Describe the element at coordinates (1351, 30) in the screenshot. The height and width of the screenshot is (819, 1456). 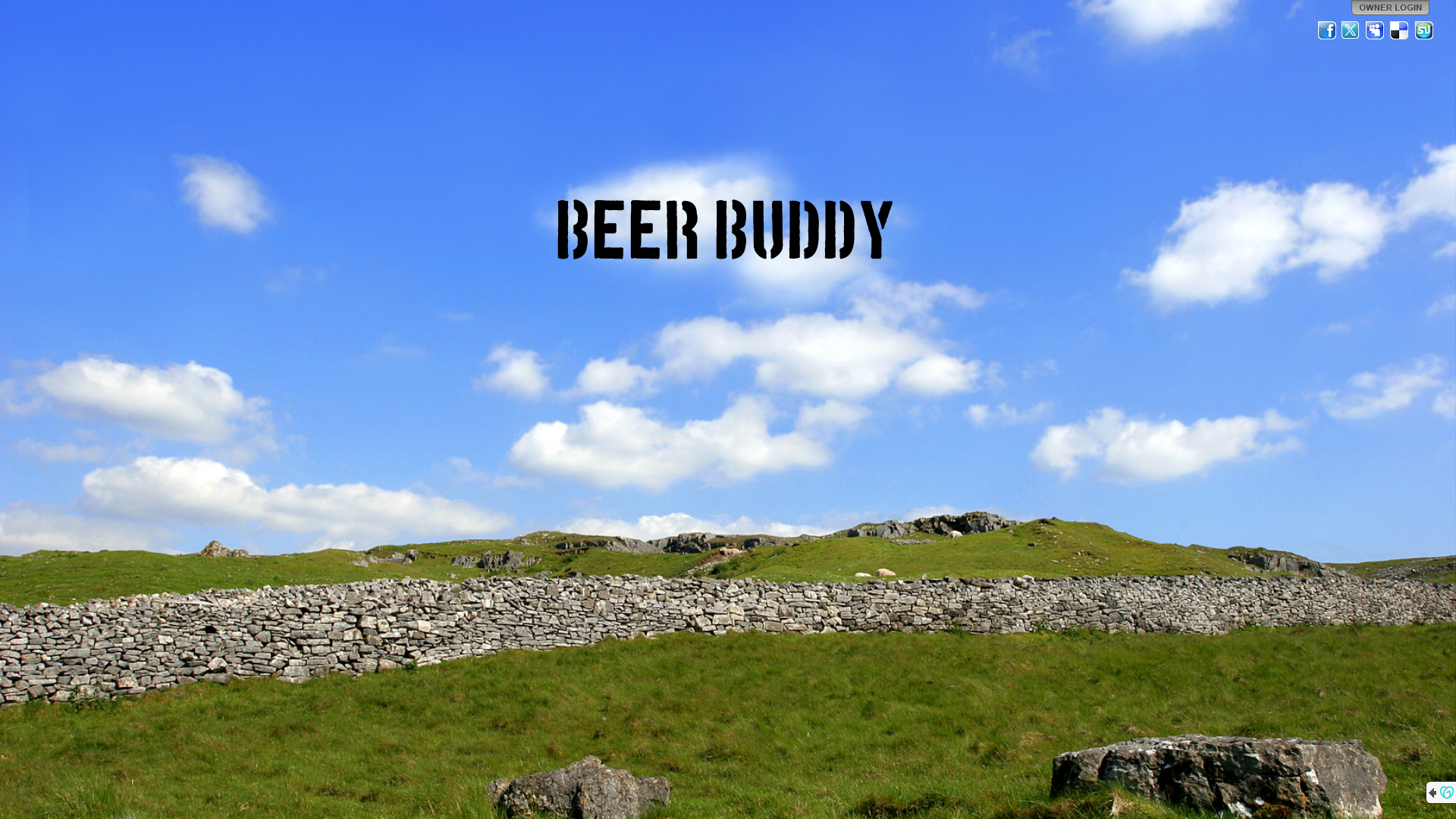
I see `'Twitter'` at that location.